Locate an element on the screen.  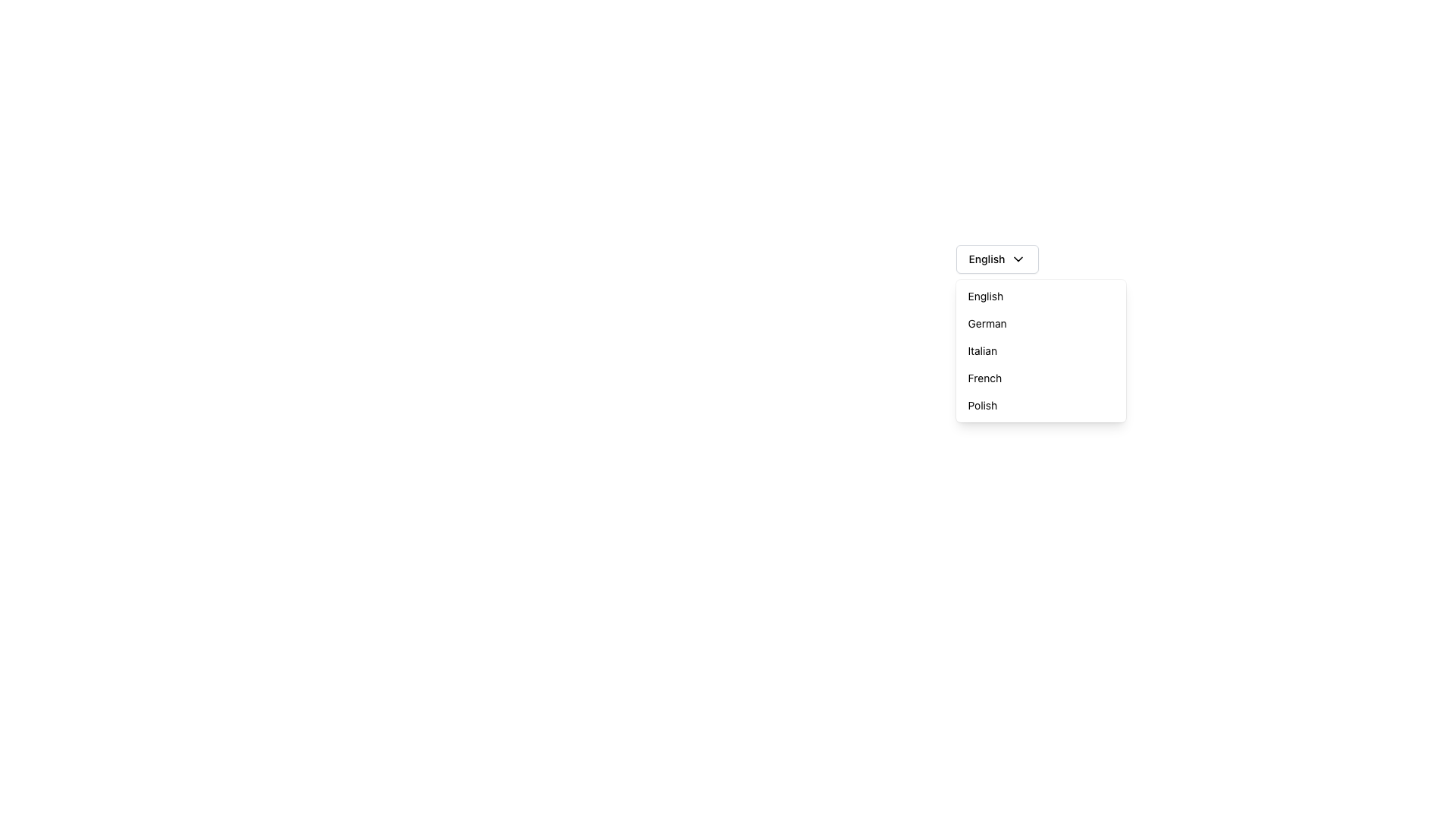
the dropdown item displaying 'English' is located at coordinates (1040, 296).